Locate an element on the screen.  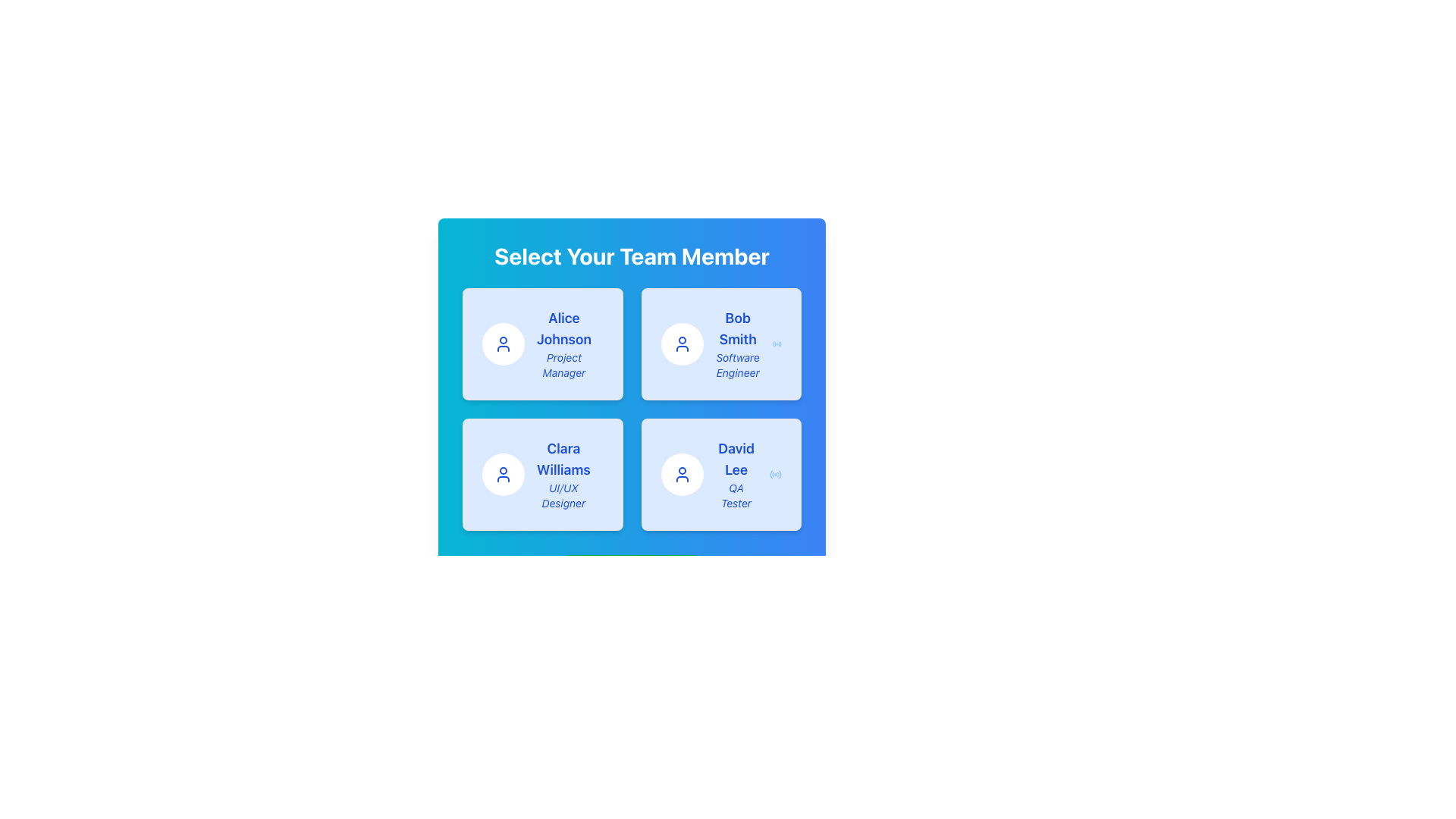
the Selectable Card featuring a light blue background, a white circular user icon, the name 'David Lee' in bold blue text, and the role 'QA Tester' in italicized smaller text, located in the bottom-right quadrant of the grid layout is located at coordinates (720, 473).